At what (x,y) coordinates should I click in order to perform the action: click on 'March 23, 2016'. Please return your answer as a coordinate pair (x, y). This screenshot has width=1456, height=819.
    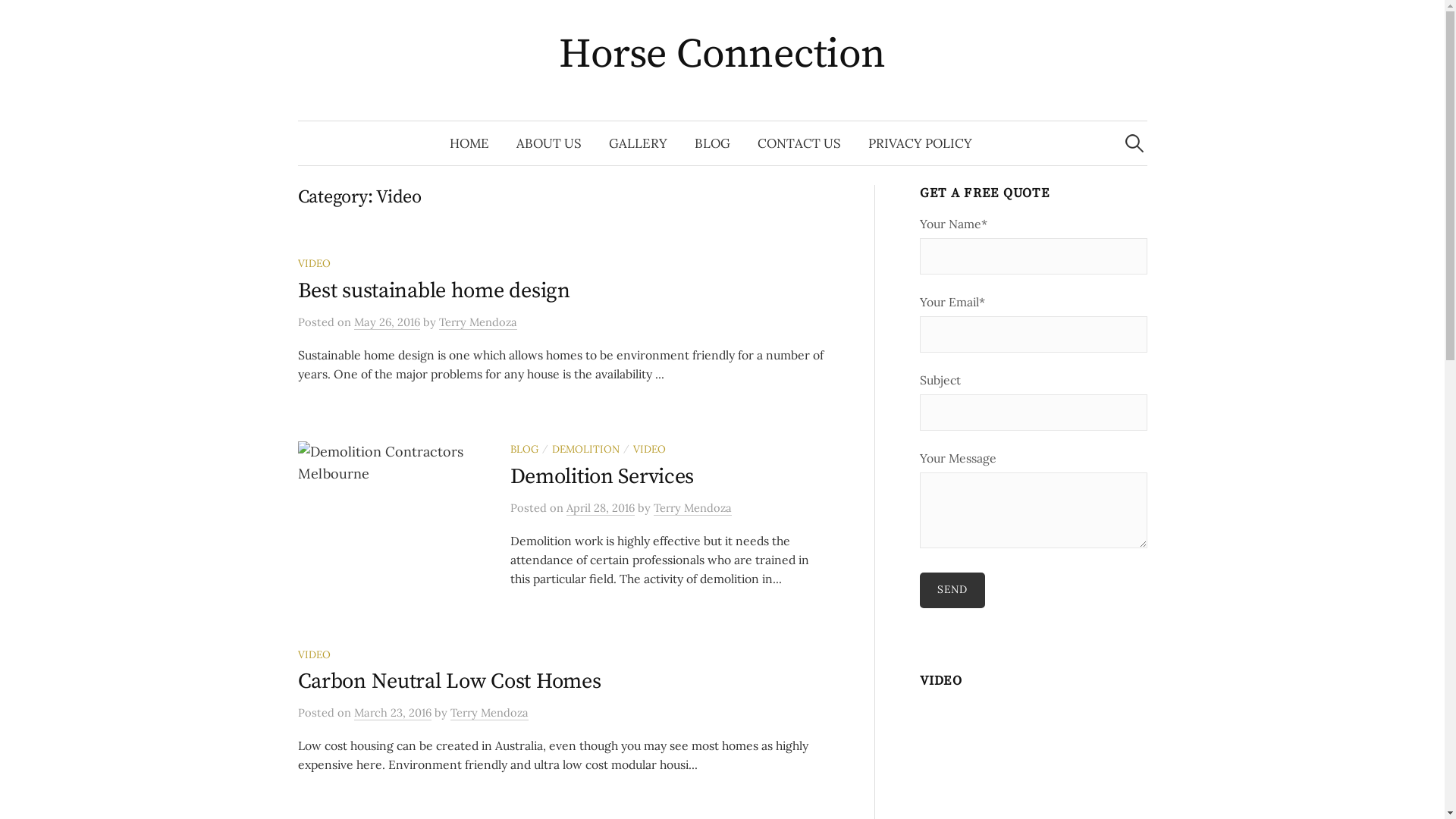
    Looking at the image, I should click on (392, 713).